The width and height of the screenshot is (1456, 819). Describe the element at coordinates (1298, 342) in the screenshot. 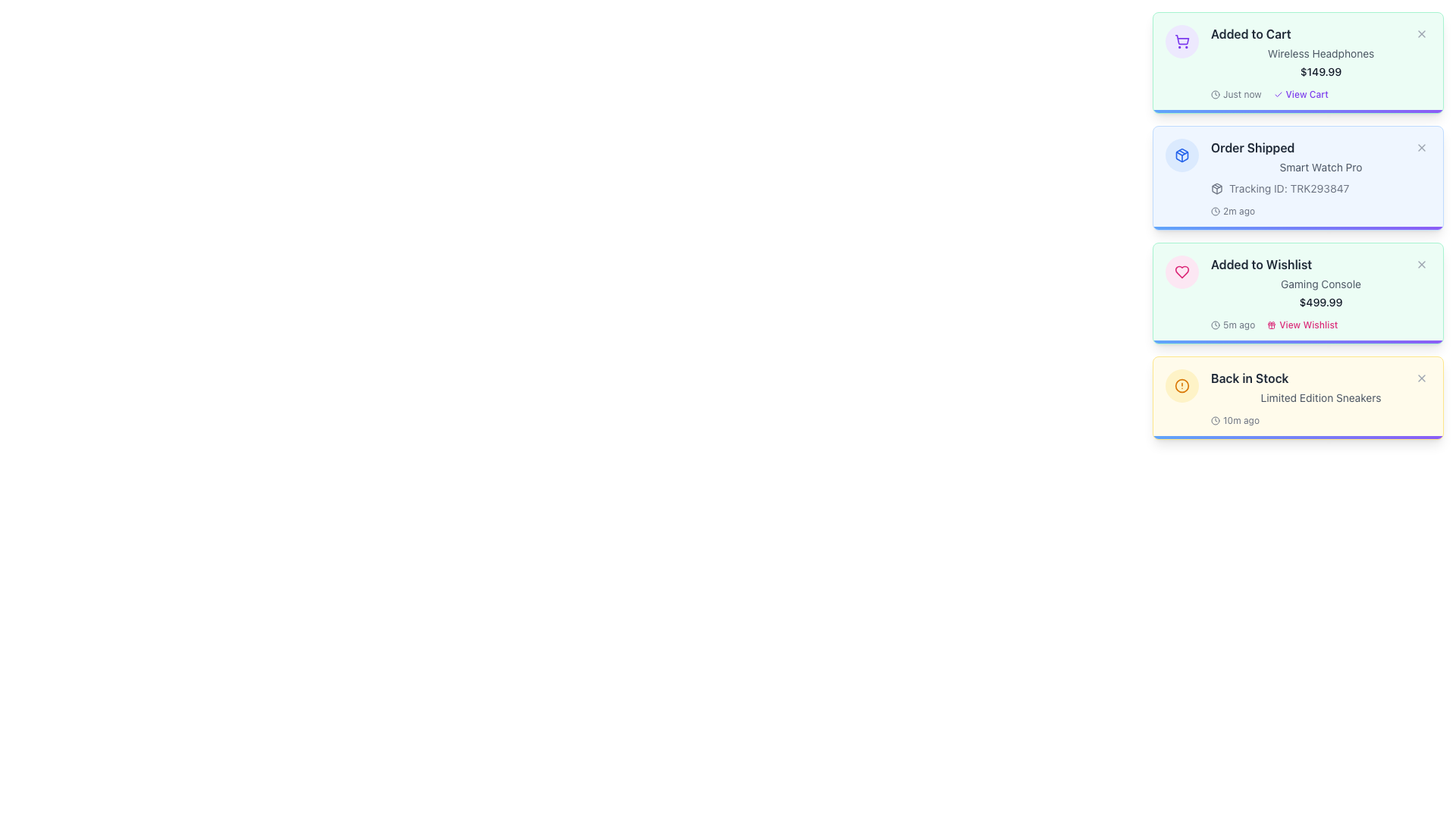

I see `the Decorative Bar located at the bottom of the 'Added to Wishlist' section, which serves as a visual aid for progress or status` at that location.